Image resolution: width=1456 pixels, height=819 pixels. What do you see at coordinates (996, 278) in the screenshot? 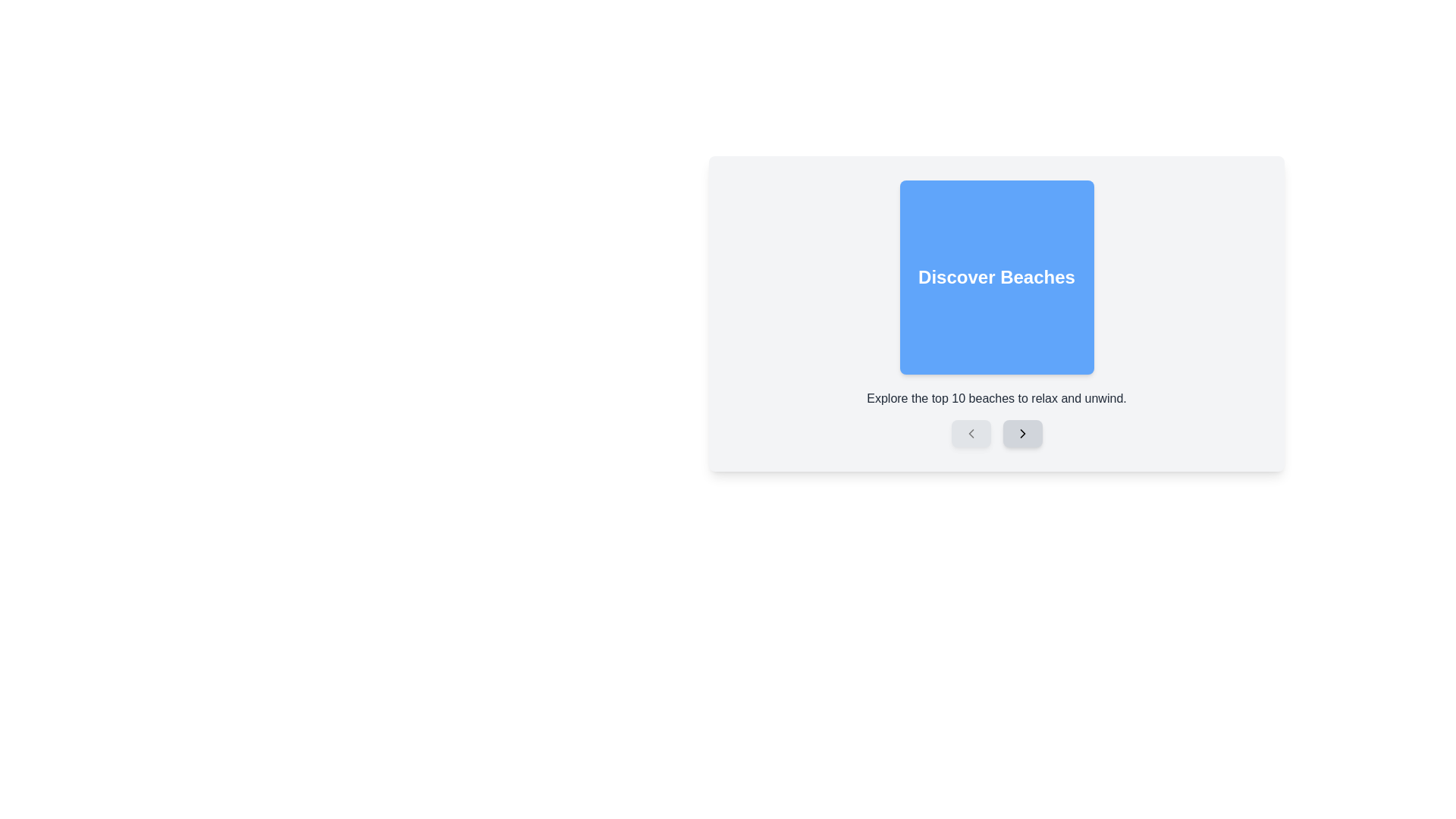
I see `the static label or heading element that serves as a title for the beach discovery card, which is centered within a card component with a blue background` at bounding box center [996, 278].